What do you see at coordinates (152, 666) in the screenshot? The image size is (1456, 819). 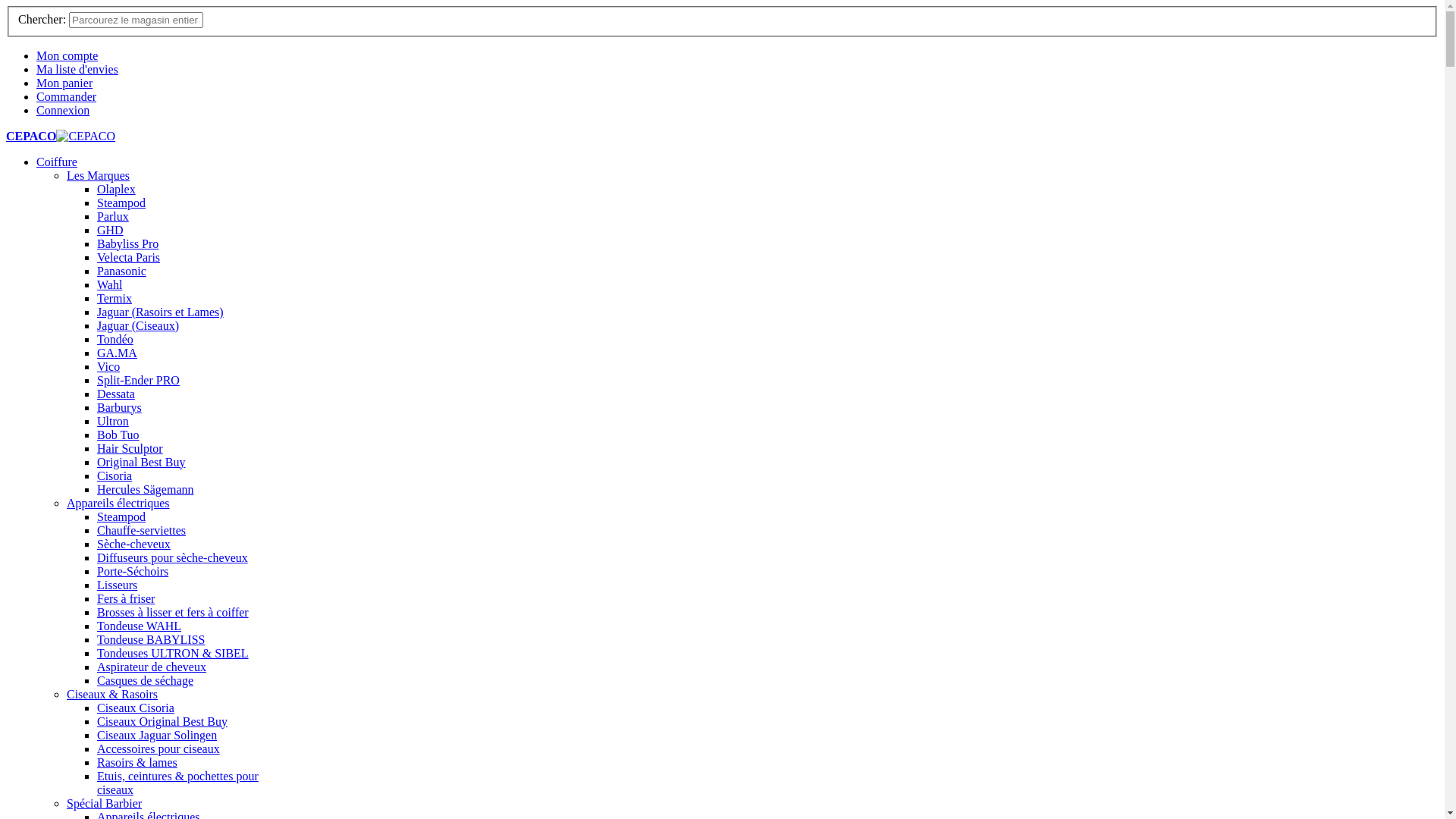 I see `'Aspirateur de cheveux'` at bounding box center [152, 666].